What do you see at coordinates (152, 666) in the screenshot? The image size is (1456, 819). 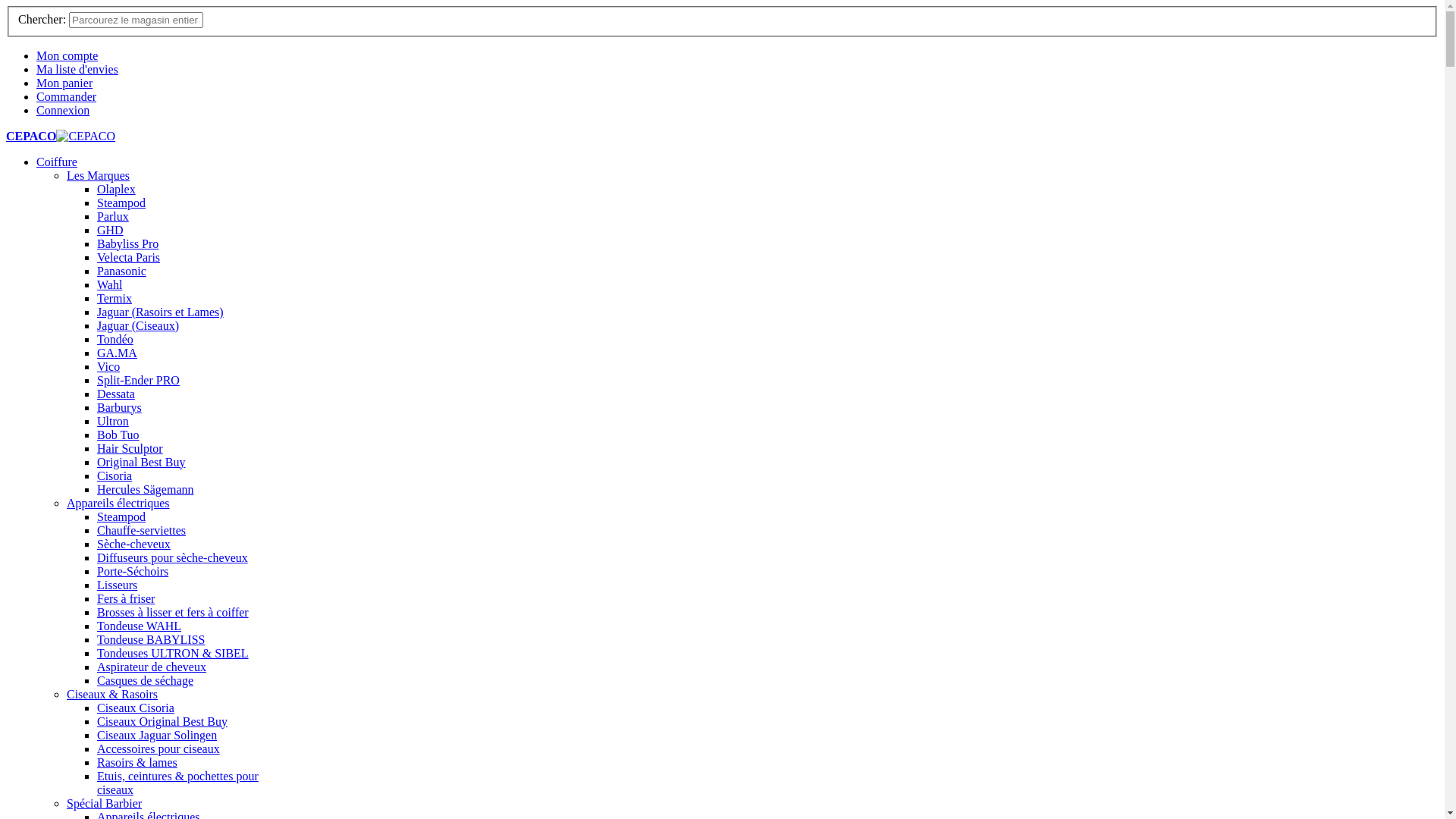 I see `'Aspirateur de cheveux'` at bounding box center [152, 666].